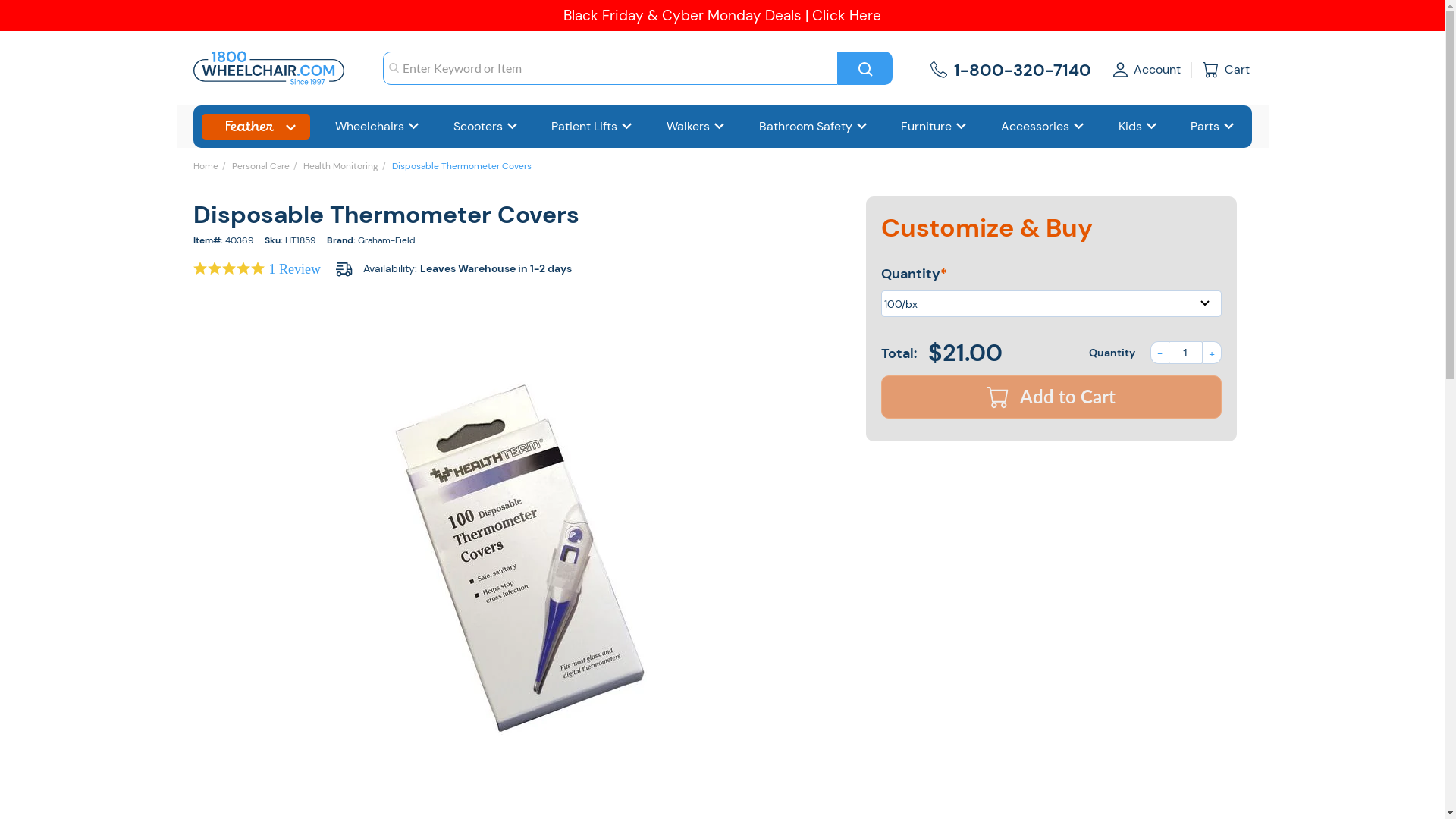  Describe the element at coordinates (1182, 126) in the screenshot. I see `'Parts'` at that location.